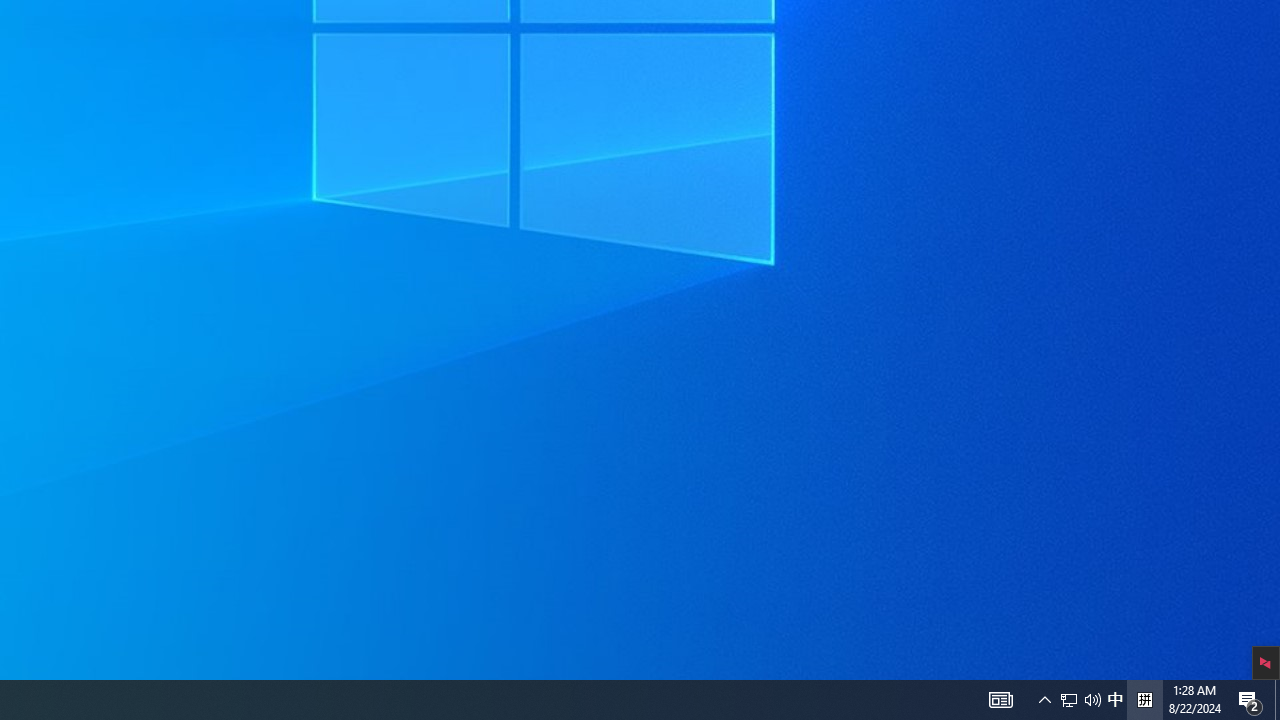  Describe the element at coordinates (1114, 698) in the screenshot. I see `'Tray Input Indicator - Chinese (Simplified, China)'` at that location.